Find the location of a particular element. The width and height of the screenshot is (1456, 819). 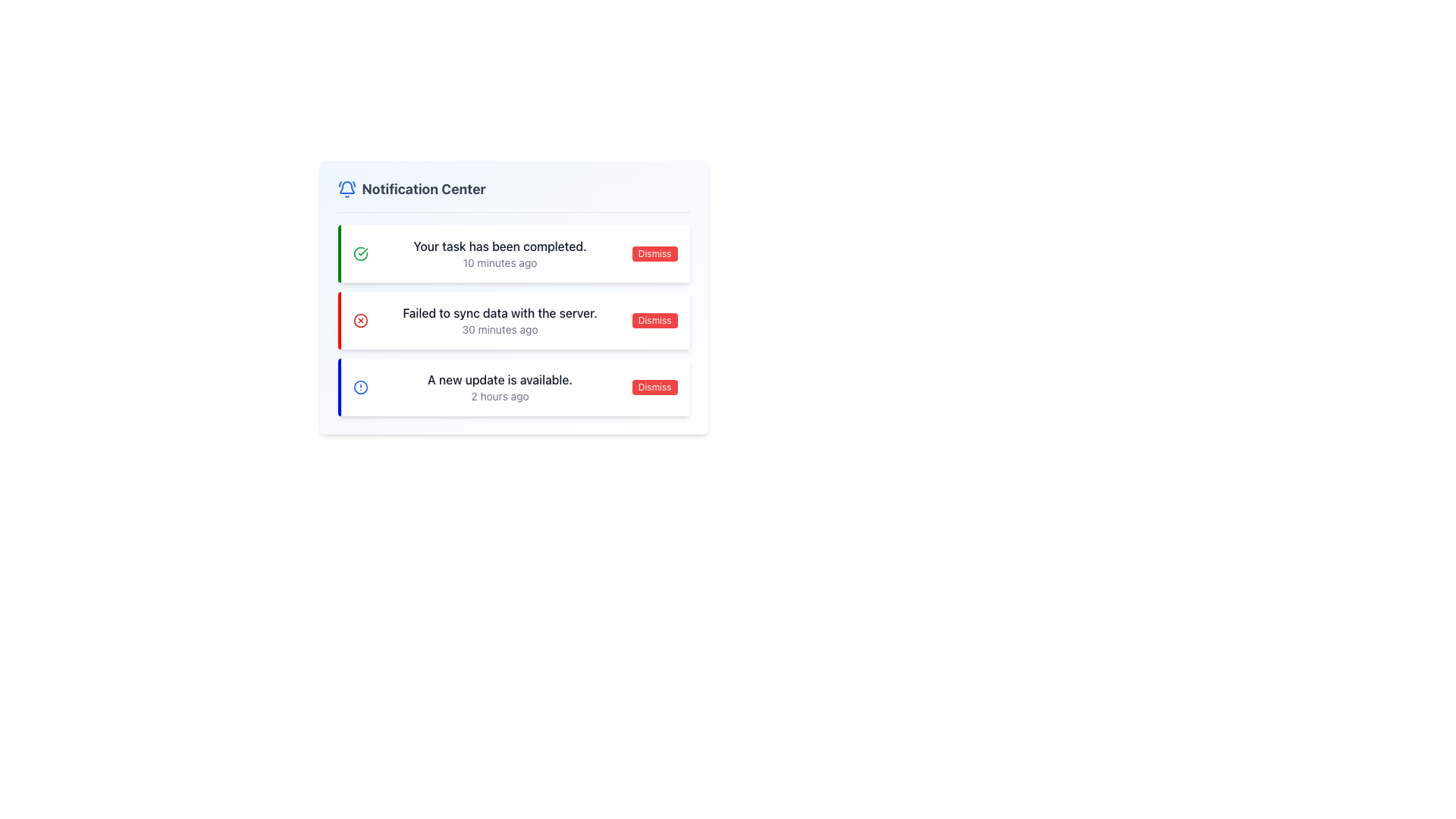

the text label that serves as the header for the notification section, located to the immediate right of the bell icon in the top-left section of the notification panel is located at coordinates (424, 189).